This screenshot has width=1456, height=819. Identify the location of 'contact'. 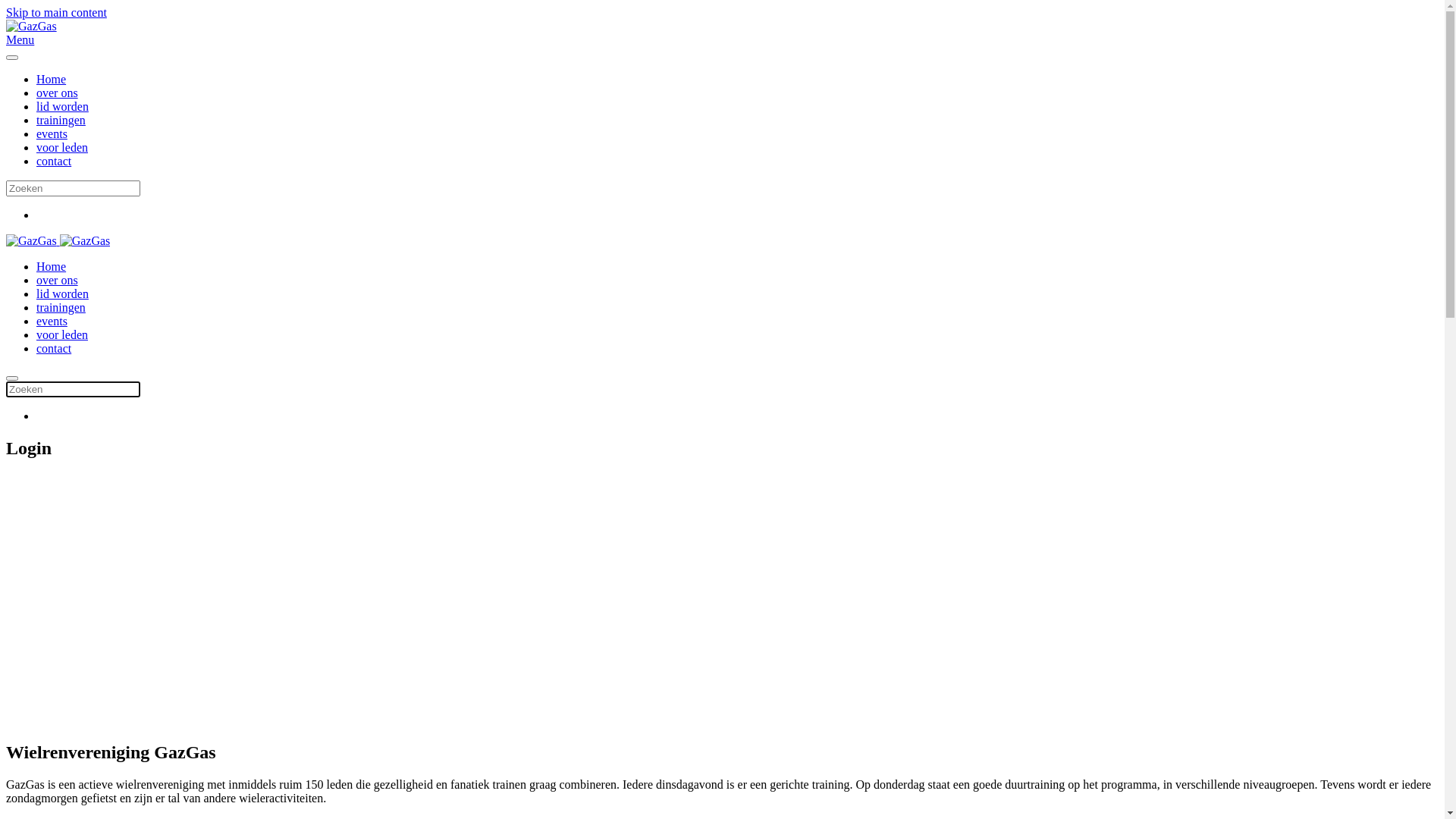
(54, 161).